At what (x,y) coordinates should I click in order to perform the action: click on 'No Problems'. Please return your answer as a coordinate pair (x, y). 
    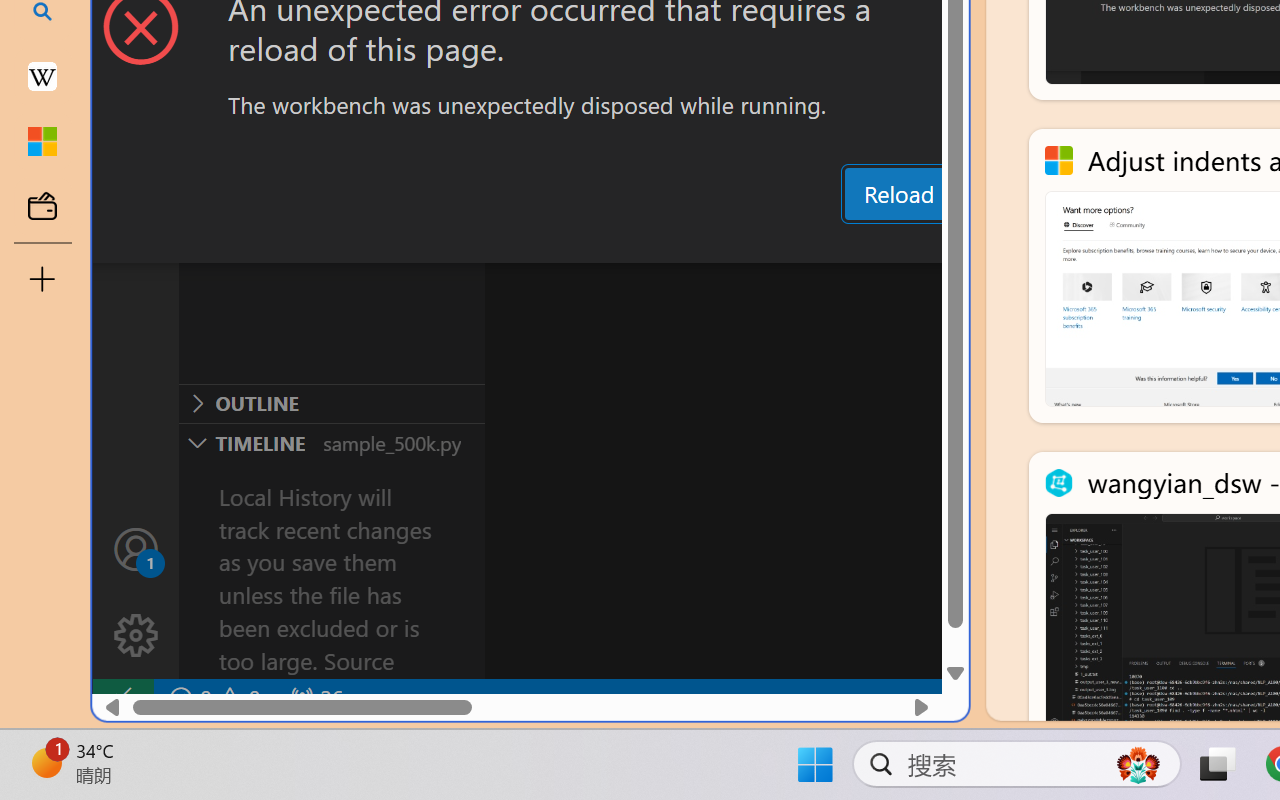
    Looking at the image, I should click on (213, 698).